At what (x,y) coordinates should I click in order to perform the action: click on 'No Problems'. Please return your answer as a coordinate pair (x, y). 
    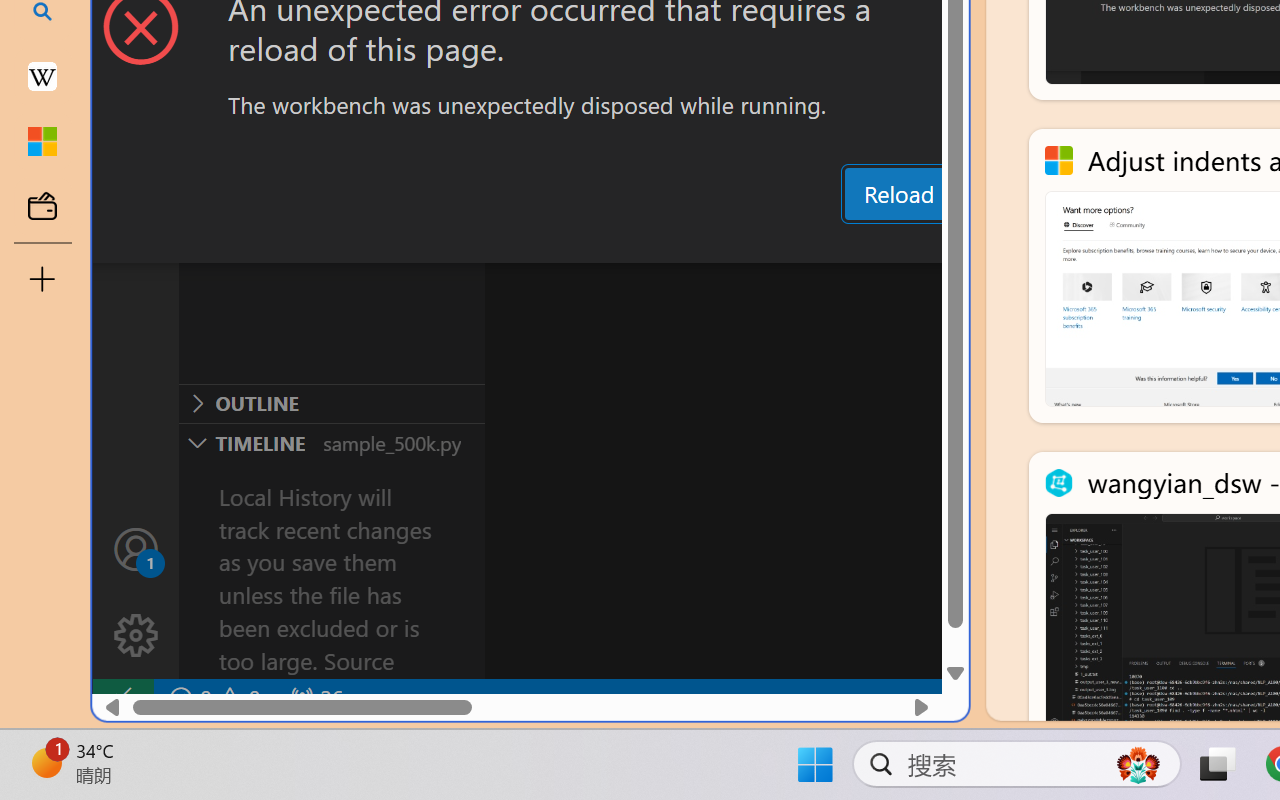
    Looking at the image, I should click on (213, 698).